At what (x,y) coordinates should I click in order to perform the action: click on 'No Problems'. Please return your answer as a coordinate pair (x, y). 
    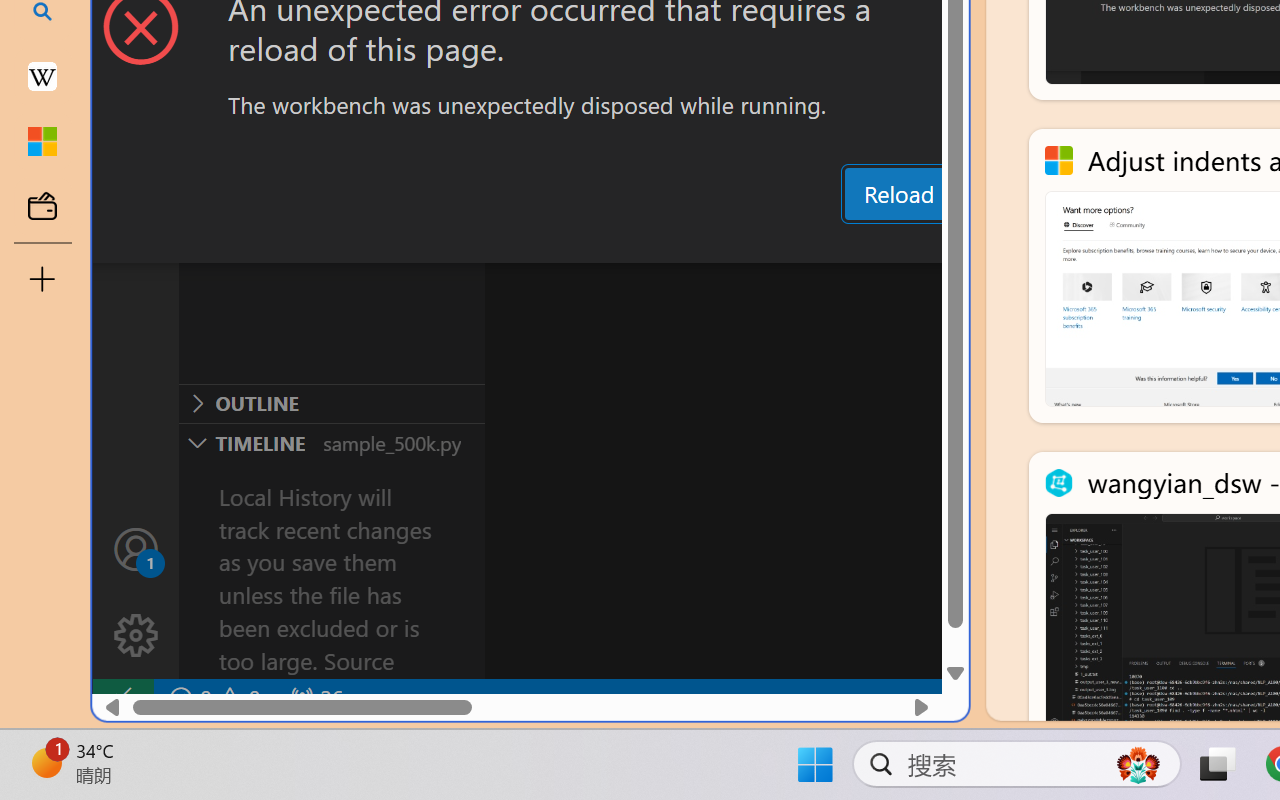
    Looking at the image, I should click on (213, 698).